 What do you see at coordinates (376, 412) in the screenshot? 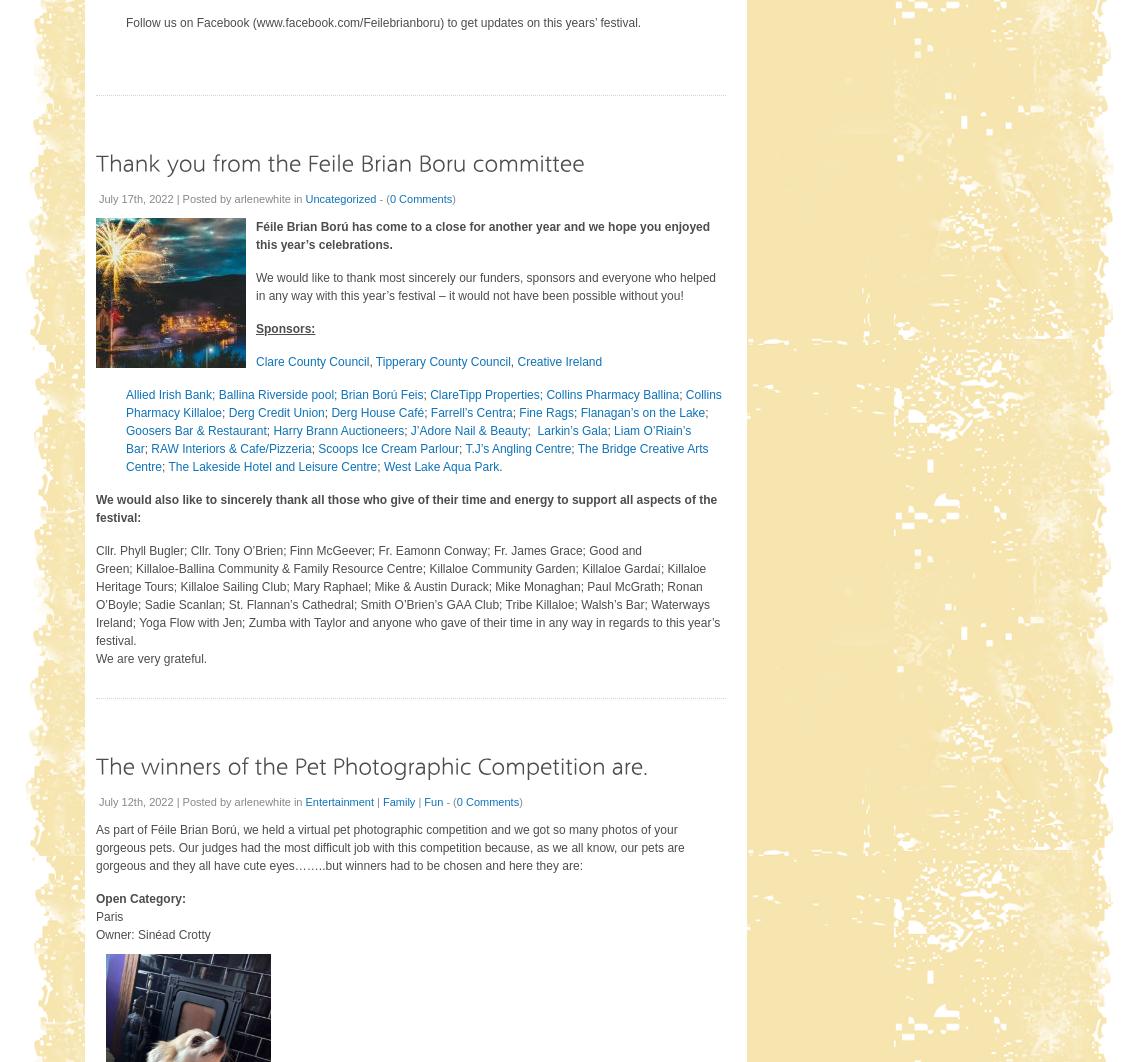
I see `'Derg House Café'` at bounding box center [376, 412].